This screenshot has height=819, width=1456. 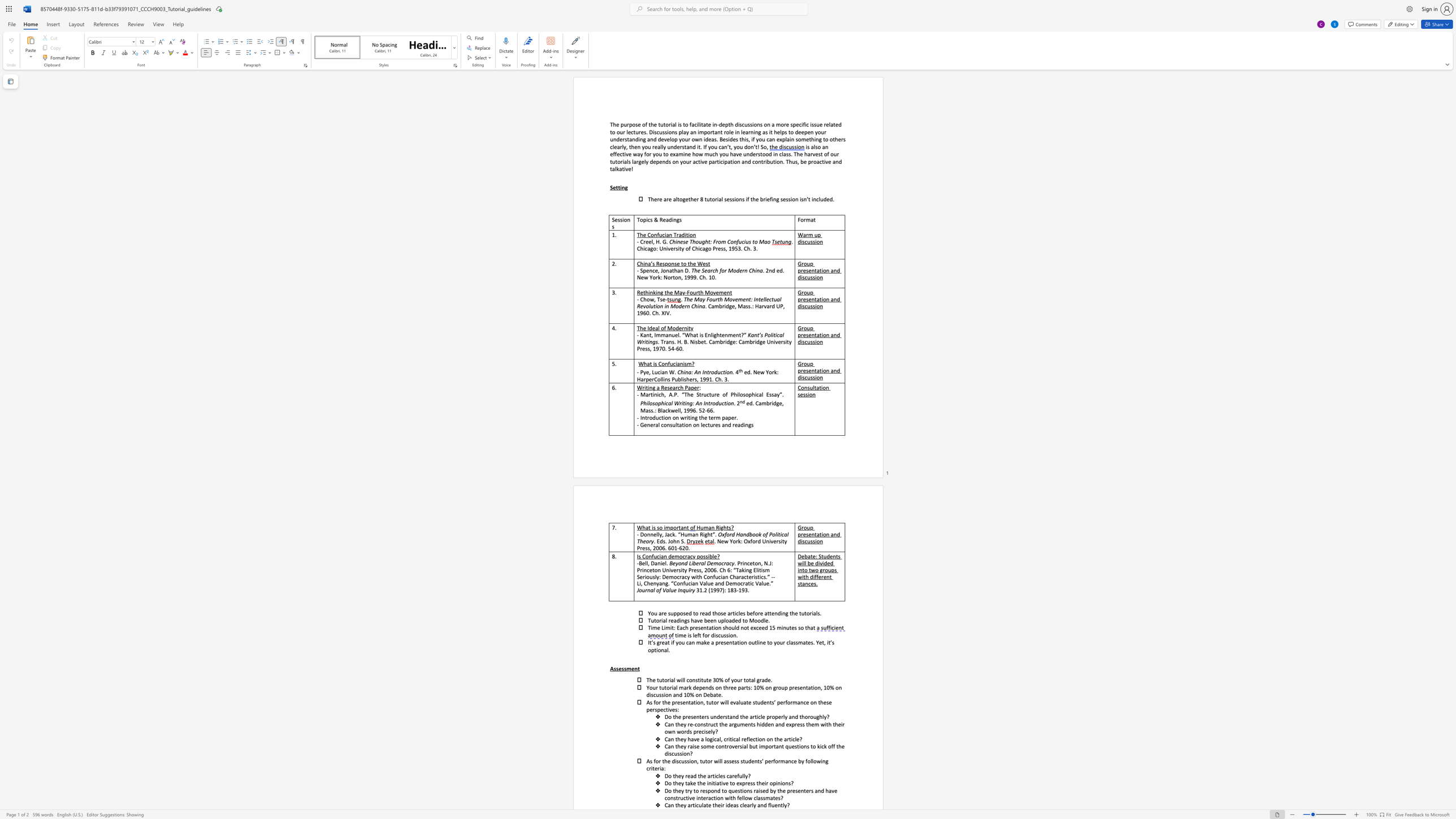 I want to click on the subset text "ress, 1953" within the text ". Chicago: University of Chicago Press, 1953. Ch. 3.", so click(x=715, y=248).